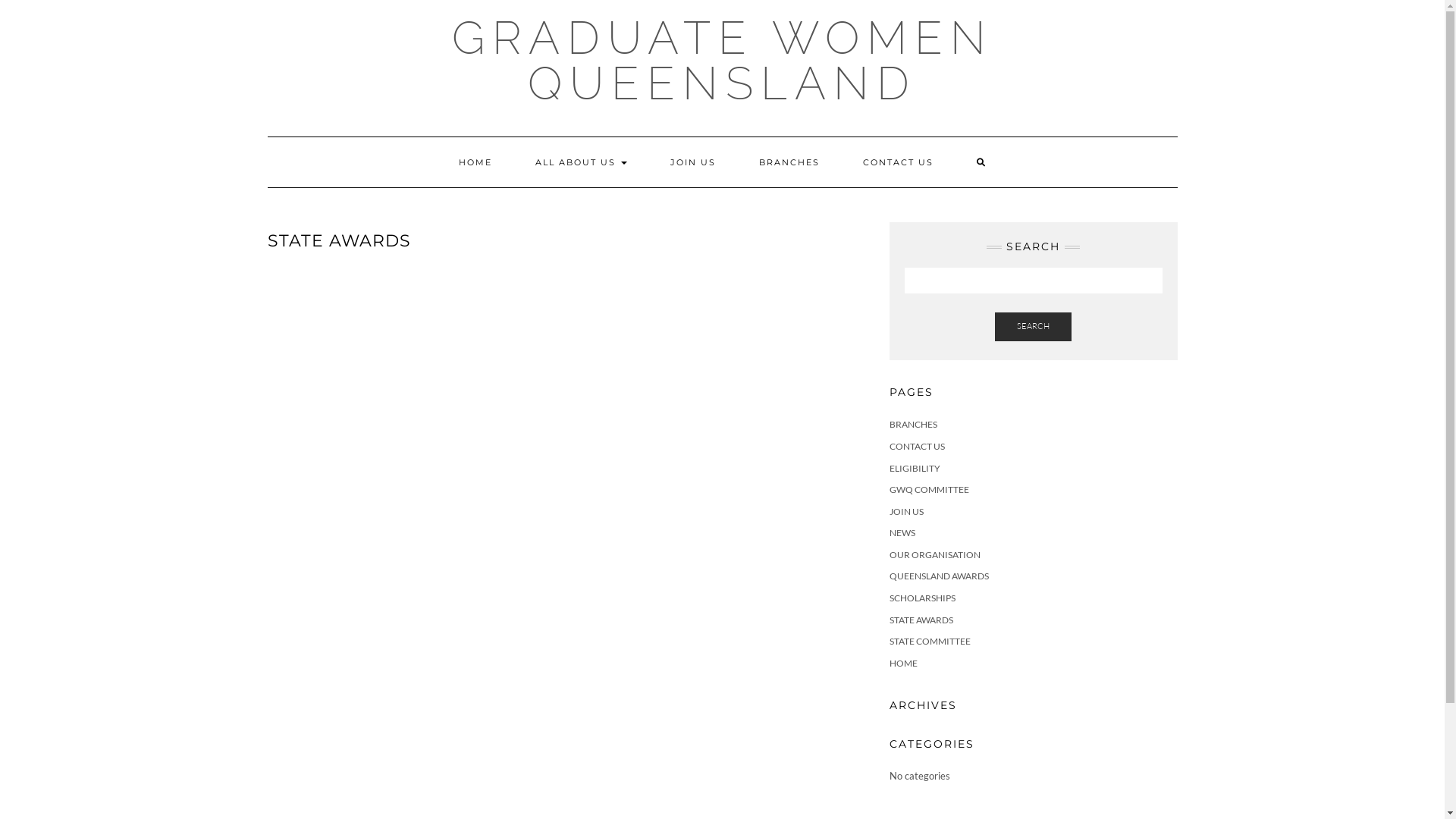 The height and width of the screenshot is (819, 1456). What do you see at coordinates (579, 162) in the screenshot?
I see `'ALL ABOUT US'` at bounding box center [579, 162].